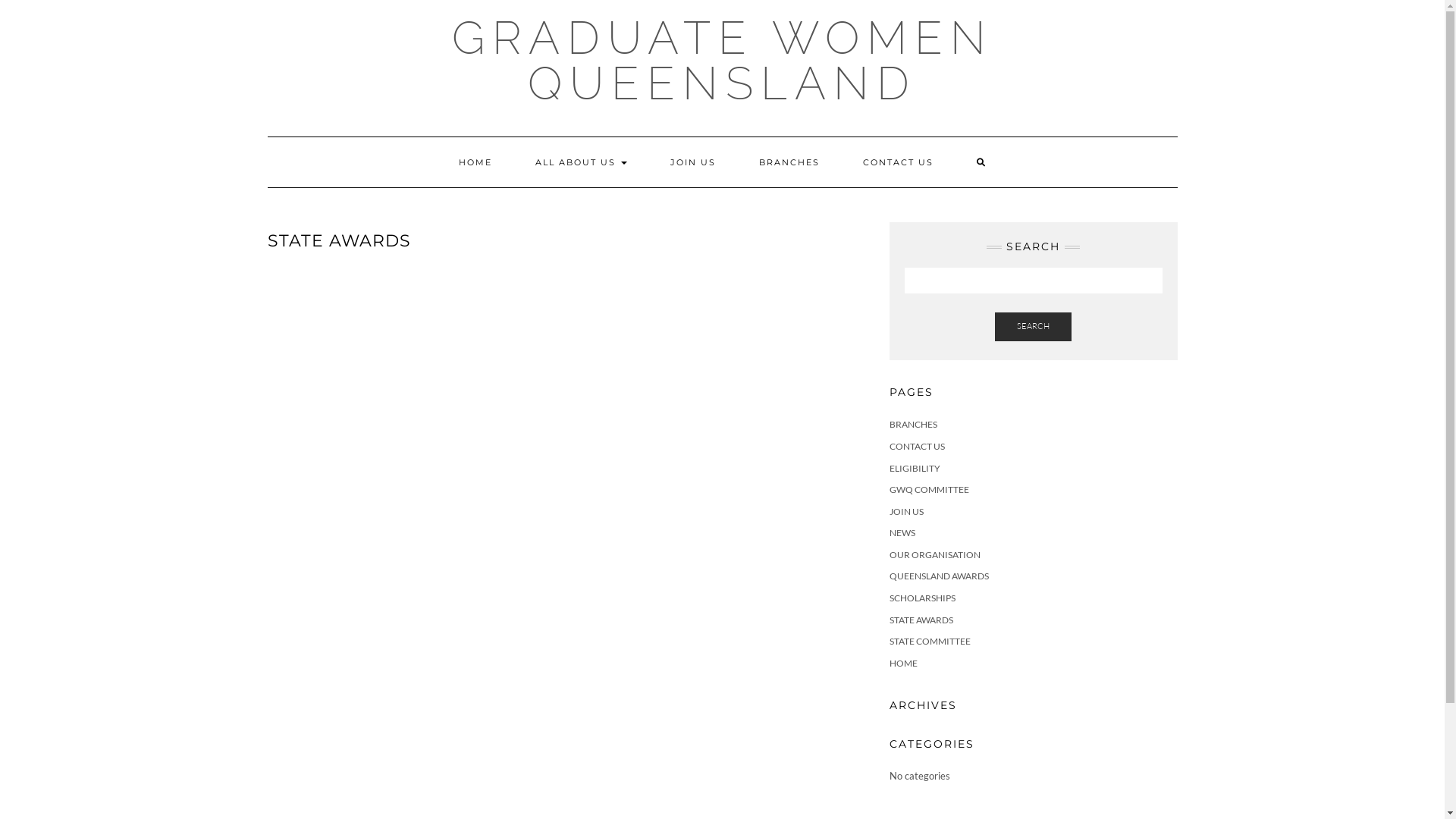 The height and width of the screenshot is (819, 1456). What do you see at coordinates (579, 162) in the screenshot?
I see `'ALL ABOUT US'` at bounding box center [579, 162].